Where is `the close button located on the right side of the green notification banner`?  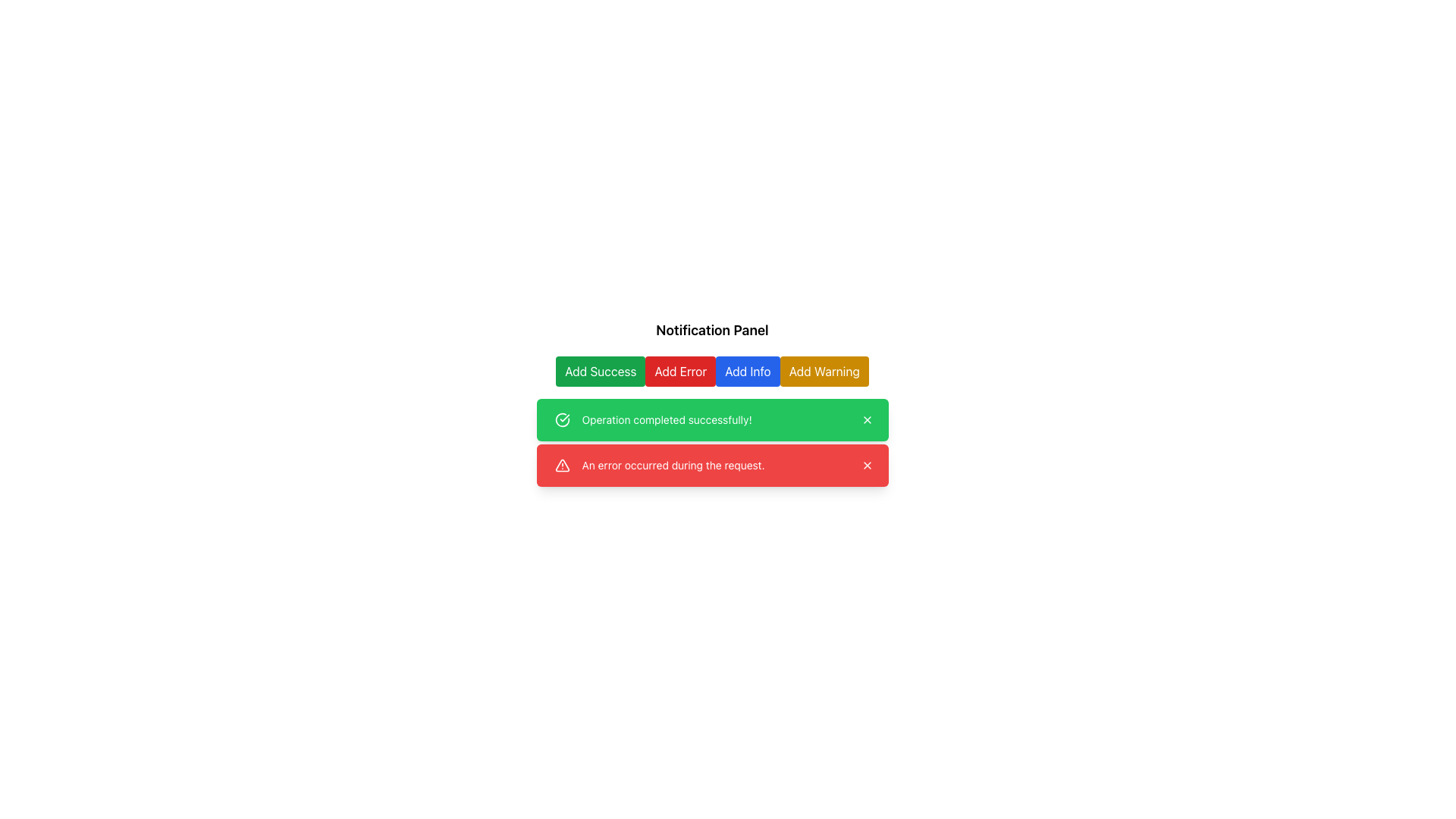
the close button located on the right side of the green notification banner is located at coordinates (867, 420).